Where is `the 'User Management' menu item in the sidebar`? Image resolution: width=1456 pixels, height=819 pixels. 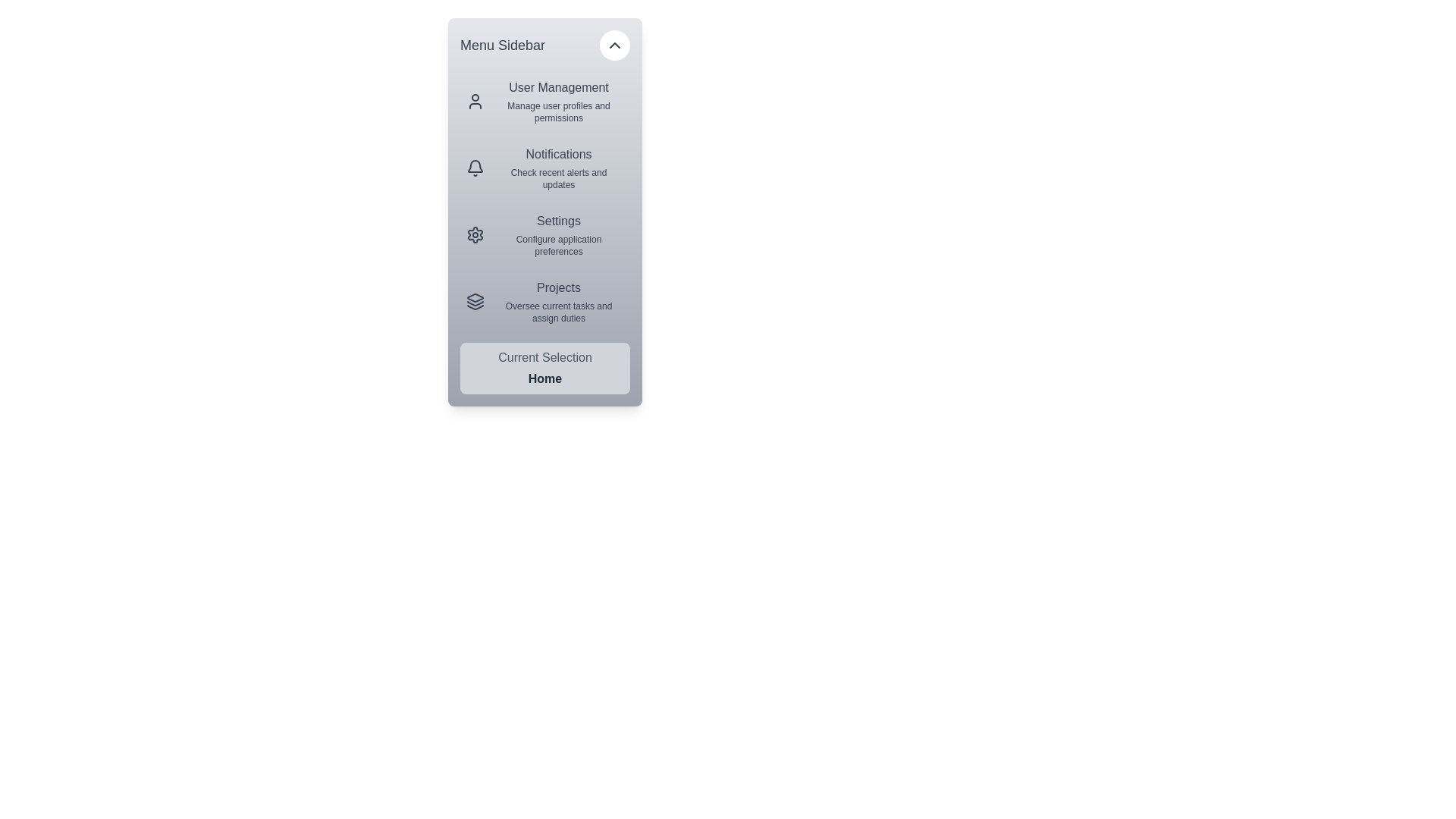
the 'User Management' menu item in the sidebar is located at coordinates (558, 102).